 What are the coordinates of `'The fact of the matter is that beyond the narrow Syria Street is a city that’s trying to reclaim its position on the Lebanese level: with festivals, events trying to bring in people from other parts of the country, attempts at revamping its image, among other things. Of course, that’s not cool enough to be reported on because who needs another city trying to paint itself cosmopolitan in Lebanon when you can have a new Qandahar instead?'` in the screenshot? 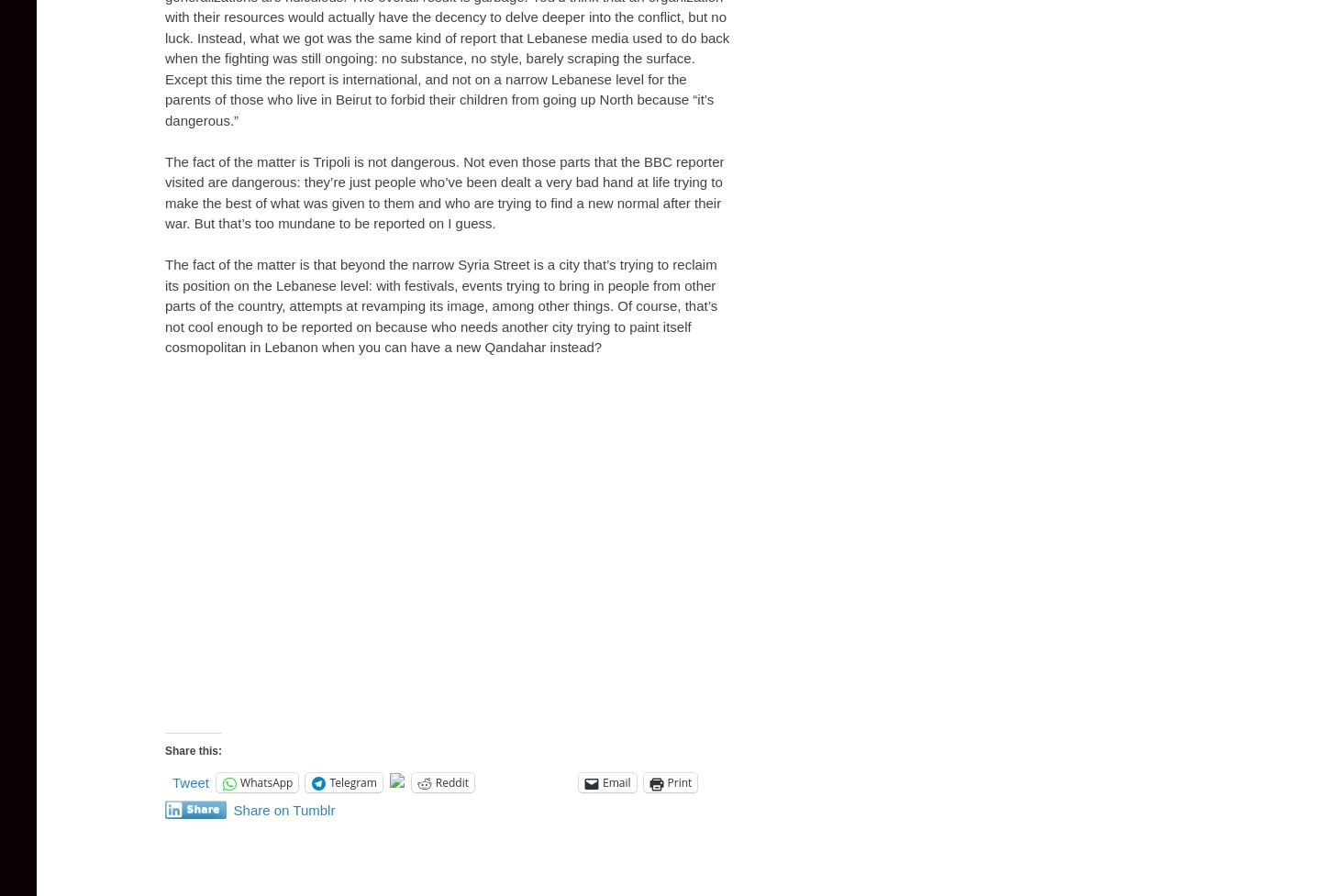 It's located at (440, 305).